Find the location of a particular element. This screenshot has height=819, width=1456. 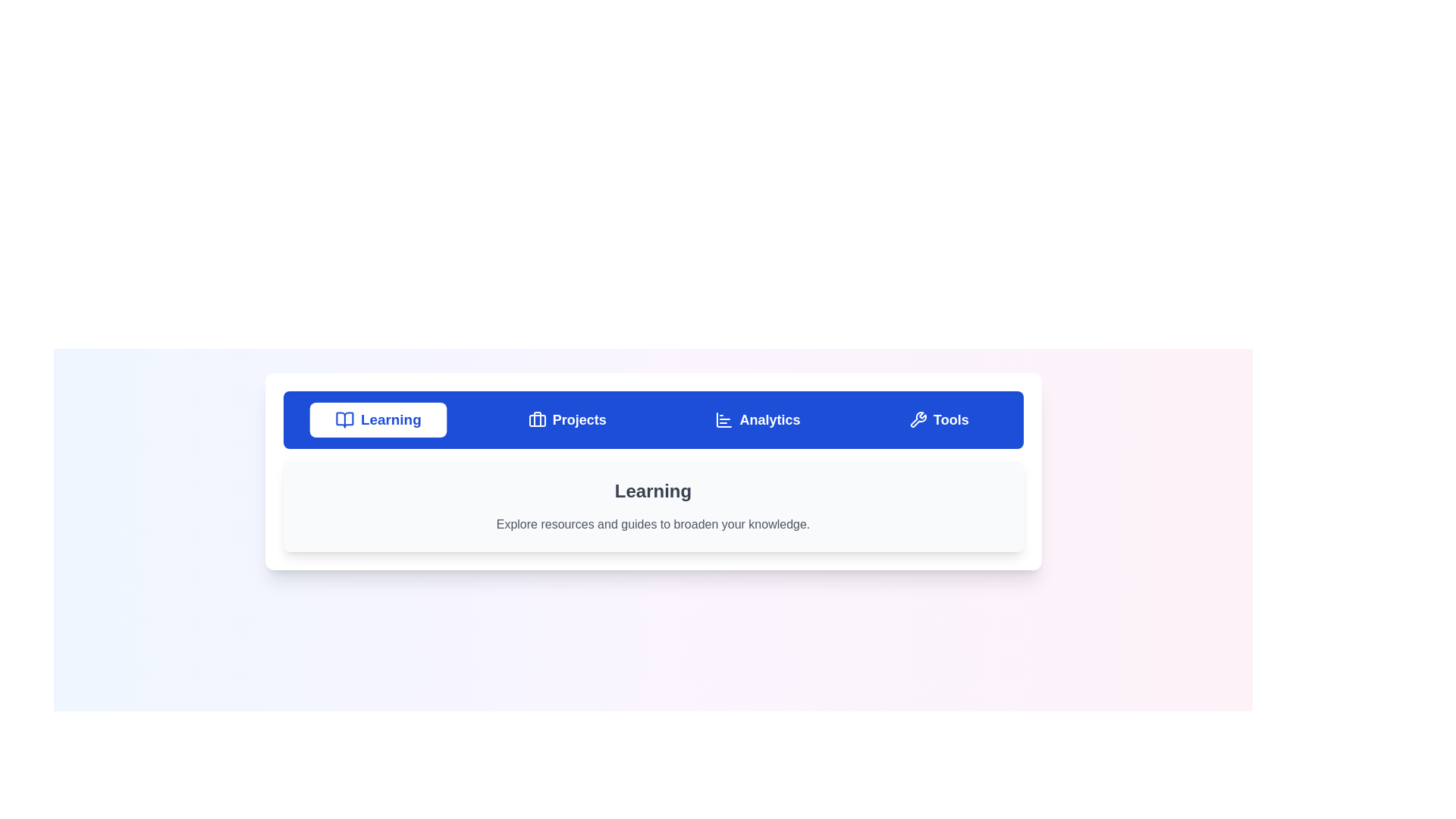

the second button in the blue navigation bar, which is positioned between the 'Learning' and 'Analytics' buttons, to observe its hover effects is located at coordinates (566, 420).